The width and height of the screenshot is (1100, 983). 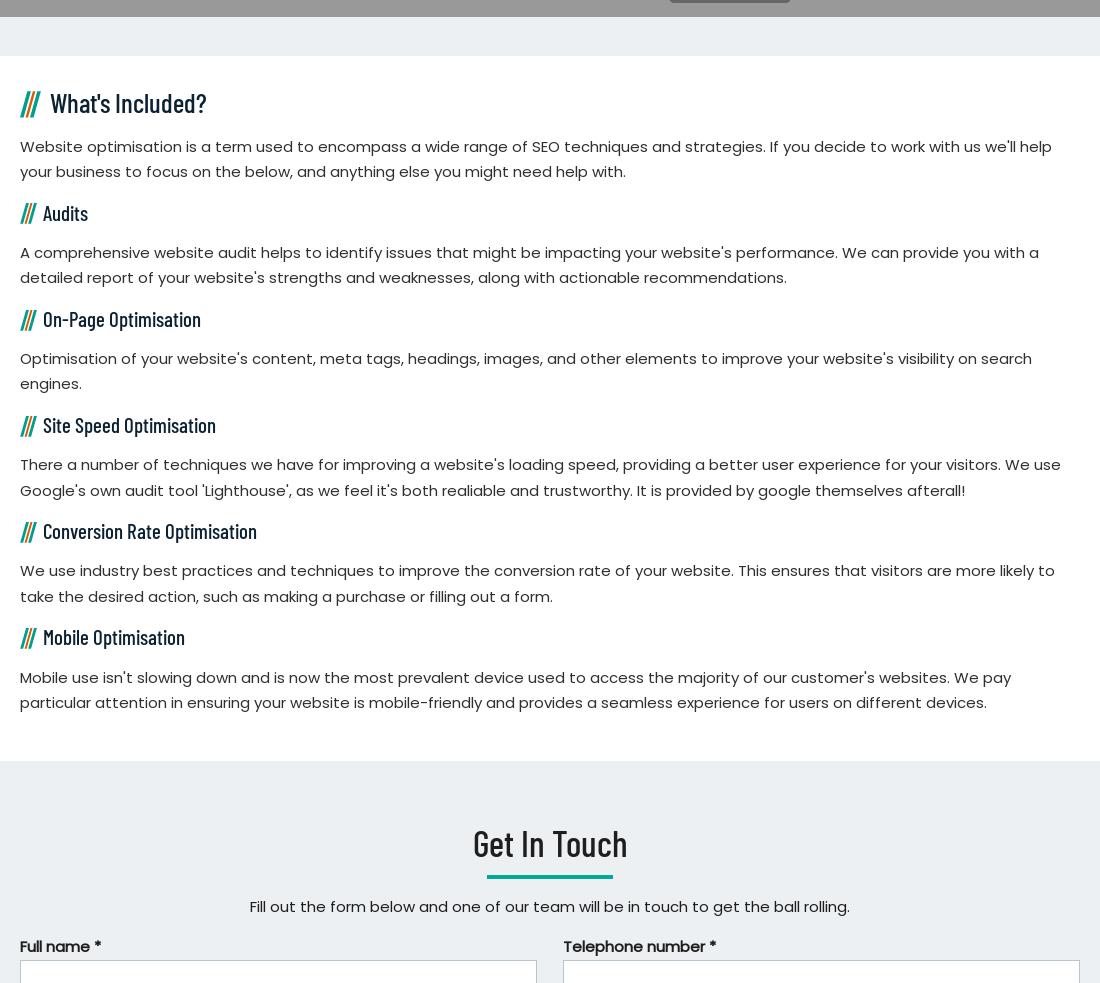 I want to click on 'We use industry best practices and techniques to improve the conversion rate of your website. This ensures that visitors are more likely to take the desired action, such as making a purchase or filling out a form.', so click(x=19, y=583).